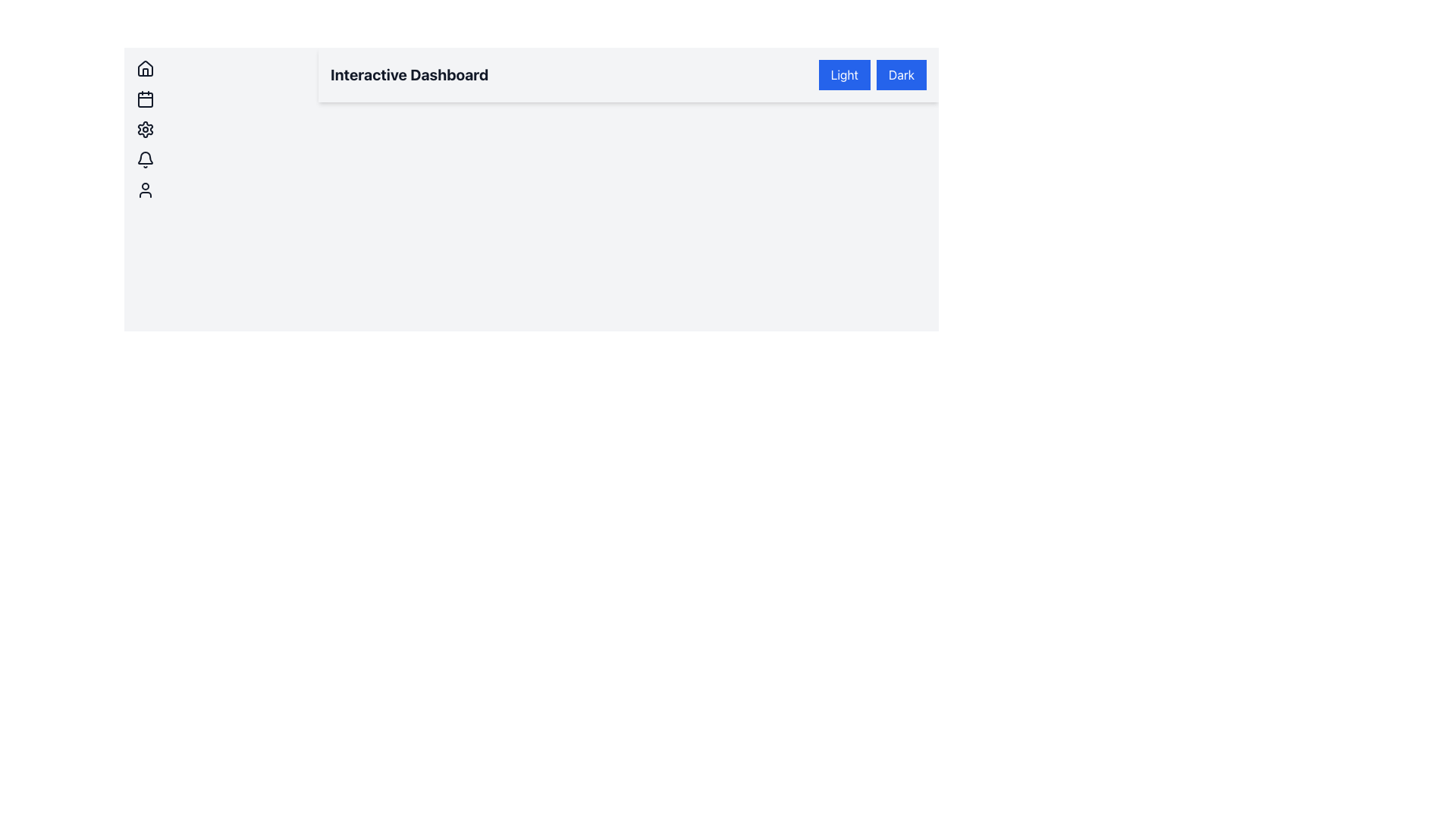  I want to click on the 'Dark' button with white text on a blue background, so click(902, 75).